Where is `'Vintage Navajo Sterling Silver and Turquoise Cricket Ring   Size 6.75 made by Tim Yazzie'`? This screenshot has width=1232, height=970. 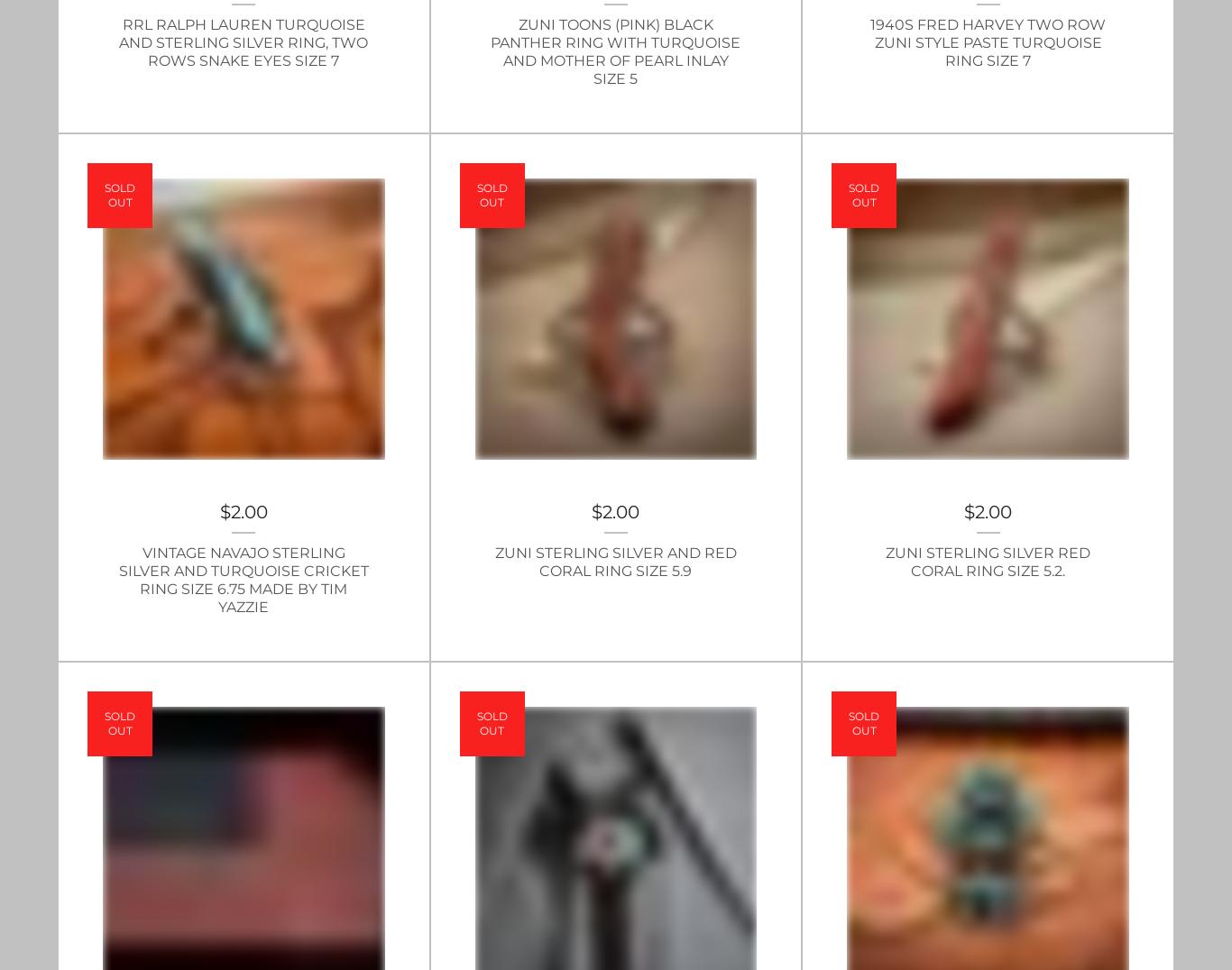 'Vintage Navajo Sterling Silver and Turquoise Cricket Ring   Size 6.75 made by Tim Yazzie' is located at coordinates (116, 579).